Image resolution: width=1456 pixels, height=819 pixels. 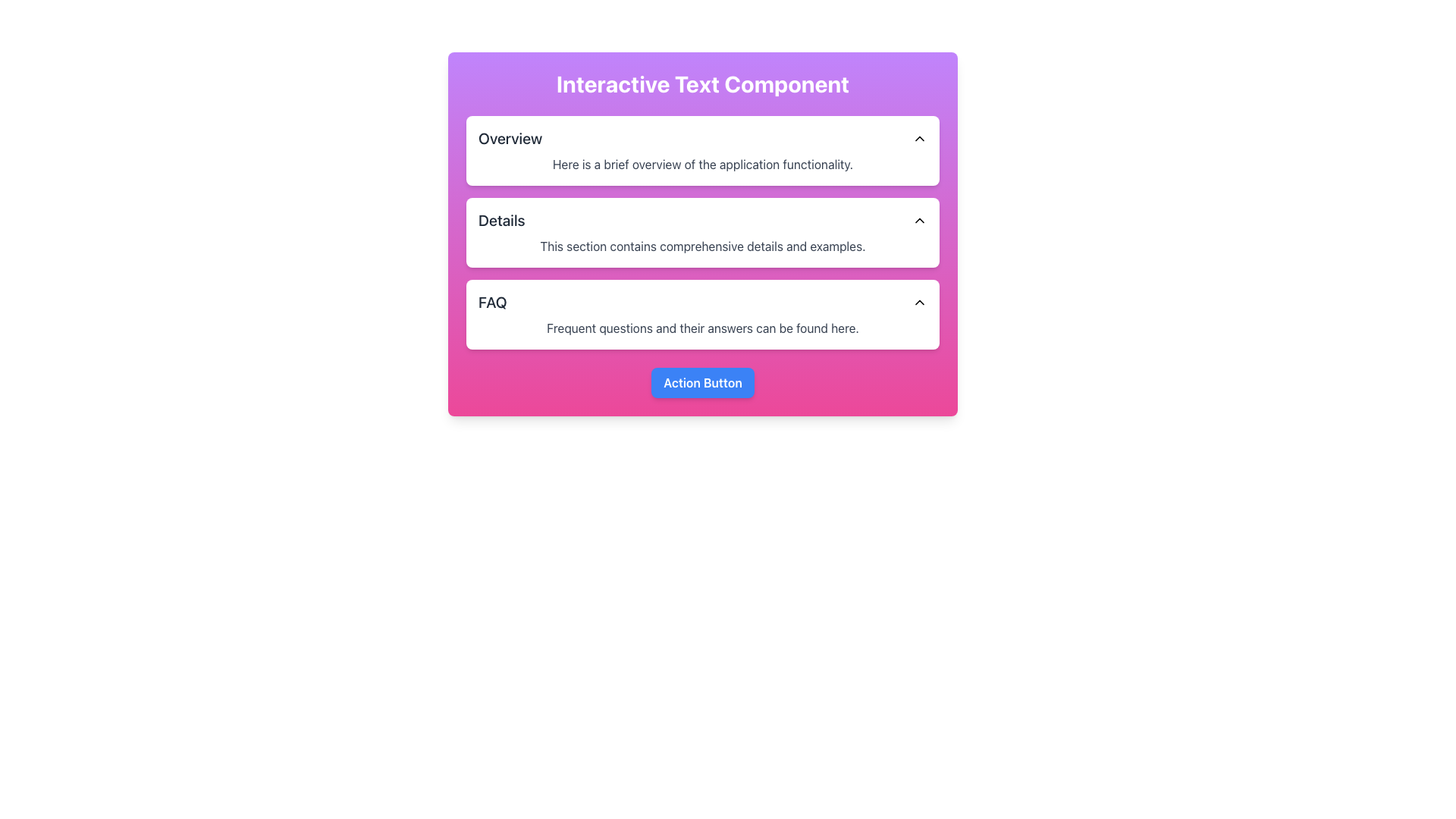 I want to click on the second subsection of the accordion section, so click(x=701, y=233).